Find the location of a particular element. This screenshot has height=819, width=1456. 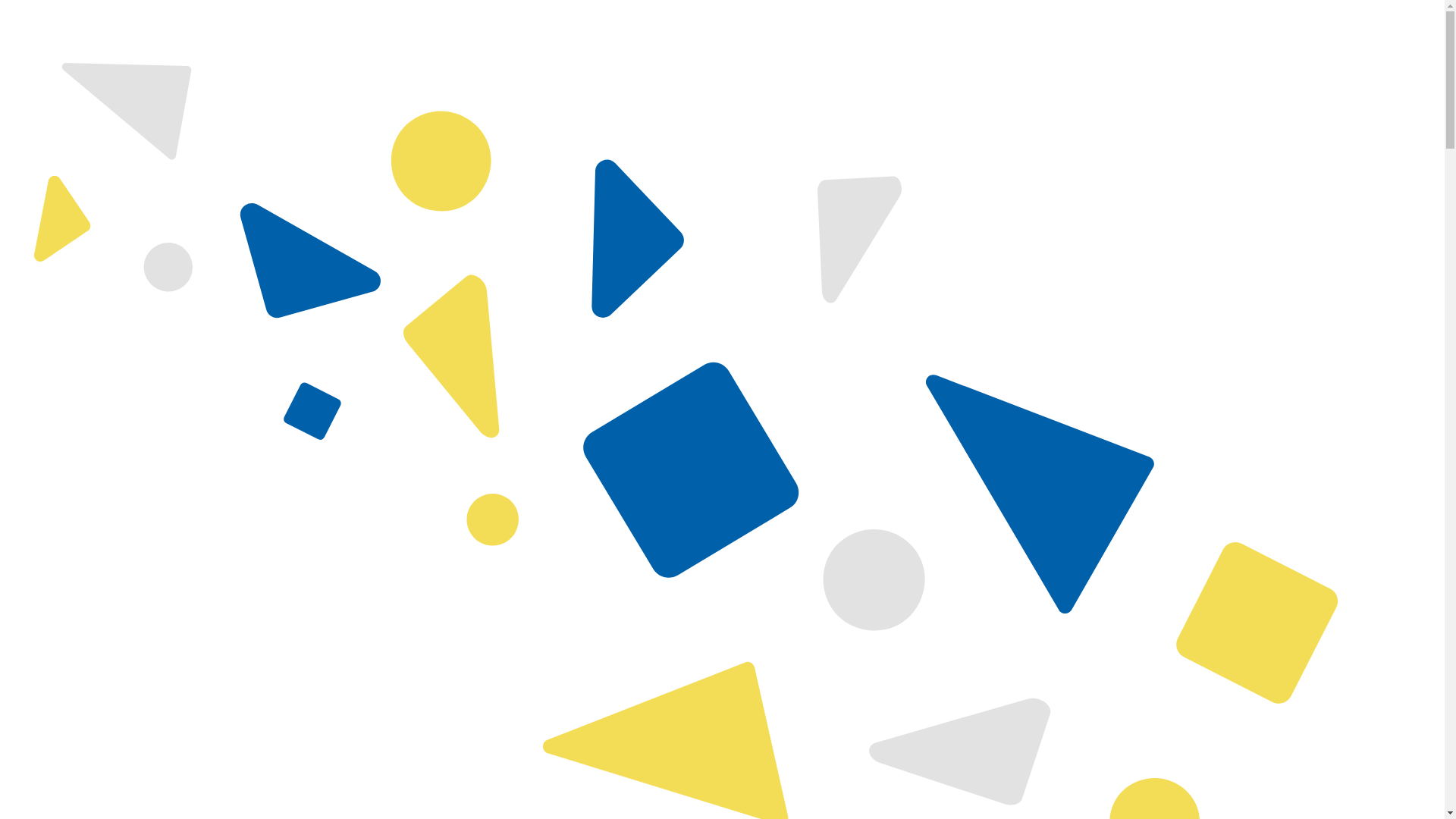

'Naar de inhoud' is located at coordinates (6, 6).